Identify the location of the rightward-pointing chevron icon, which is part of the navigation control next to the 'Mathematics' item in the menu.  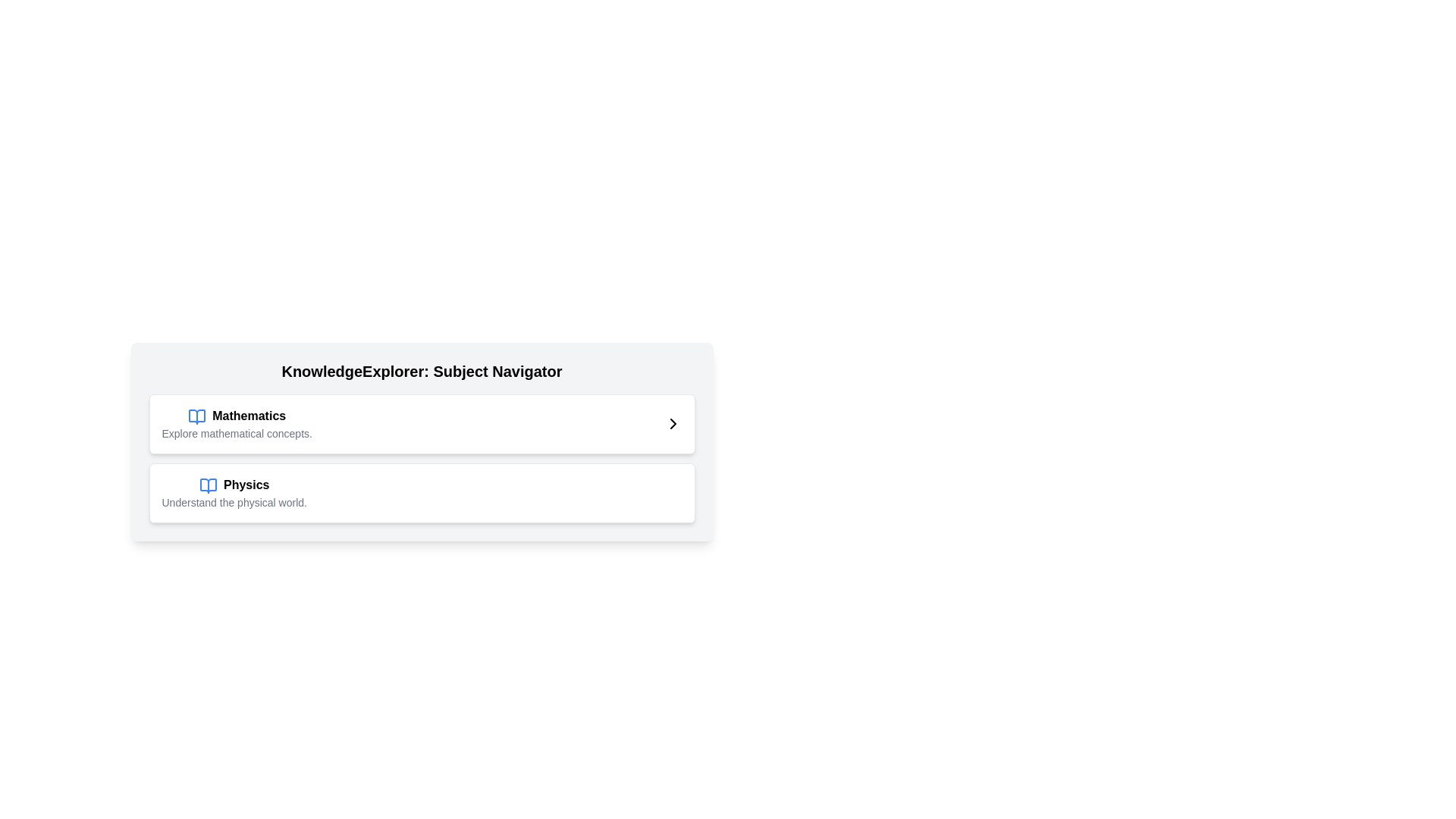
(672, 424).